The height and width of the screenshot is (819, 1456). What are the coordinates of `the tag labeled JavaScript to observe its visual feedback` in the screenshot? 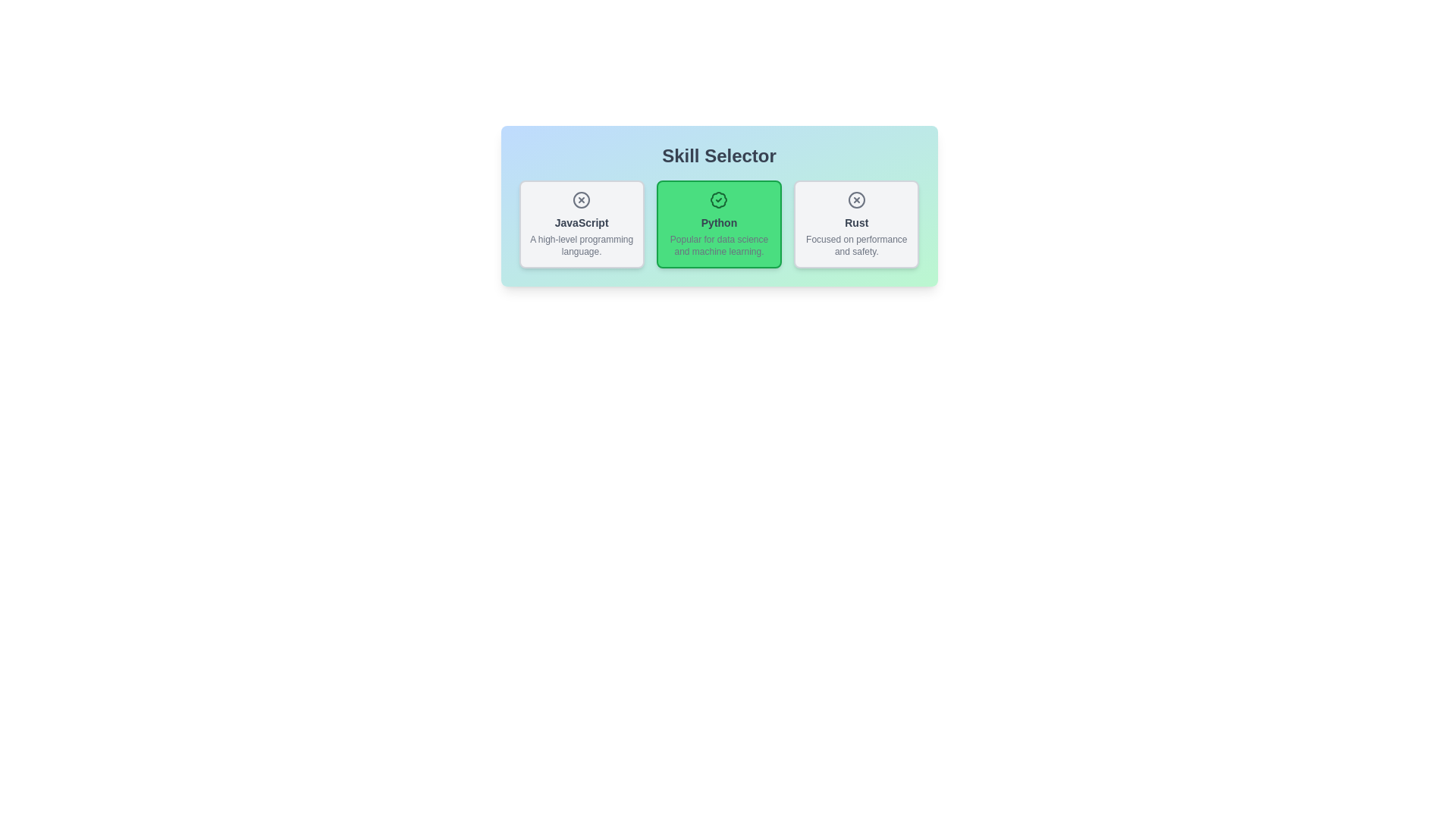 It's located at (581, 224).